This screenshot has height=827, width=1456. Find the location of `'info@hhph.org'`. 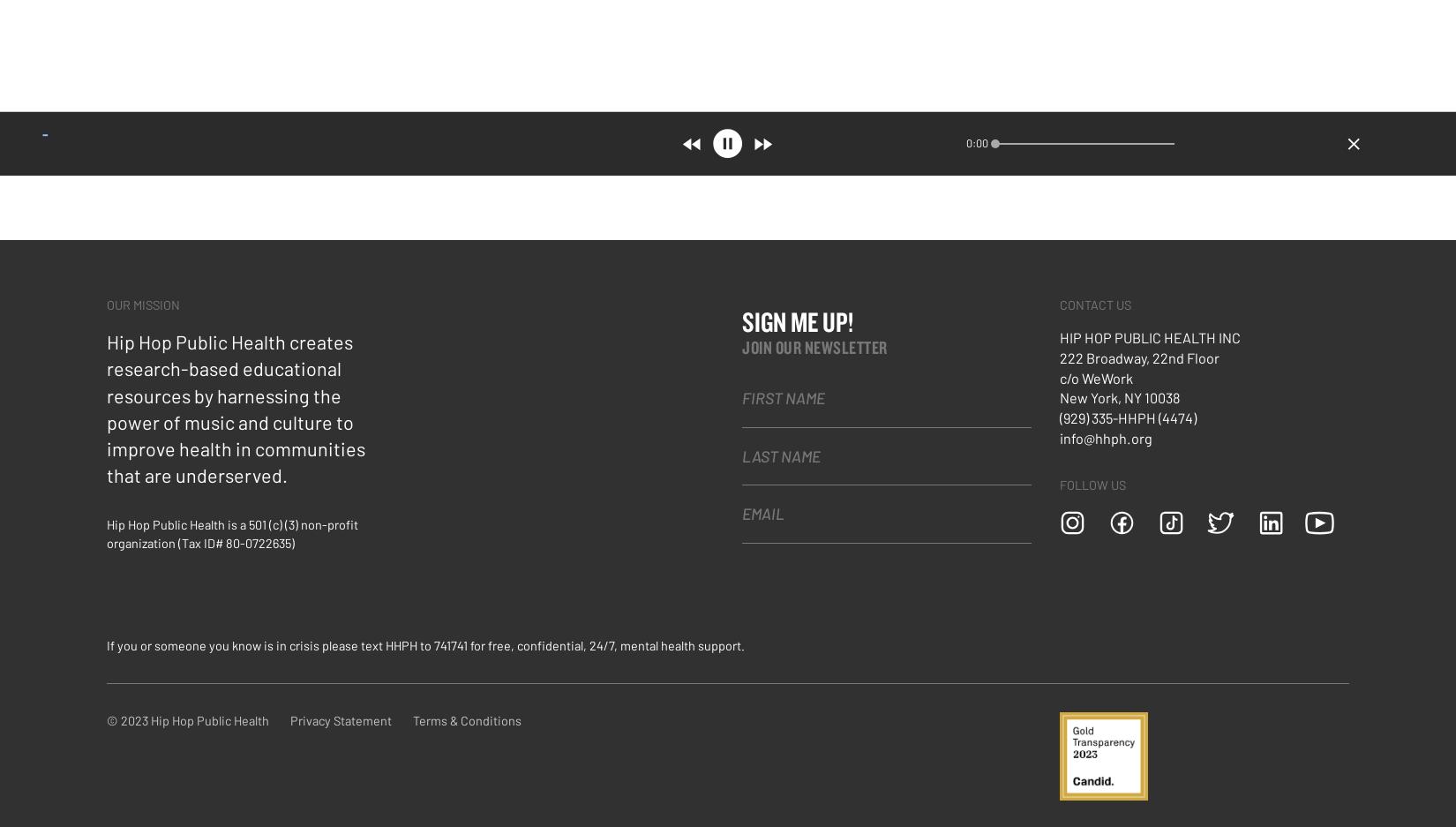

'info@hhph.org' is located at coordinates (1060, 437).